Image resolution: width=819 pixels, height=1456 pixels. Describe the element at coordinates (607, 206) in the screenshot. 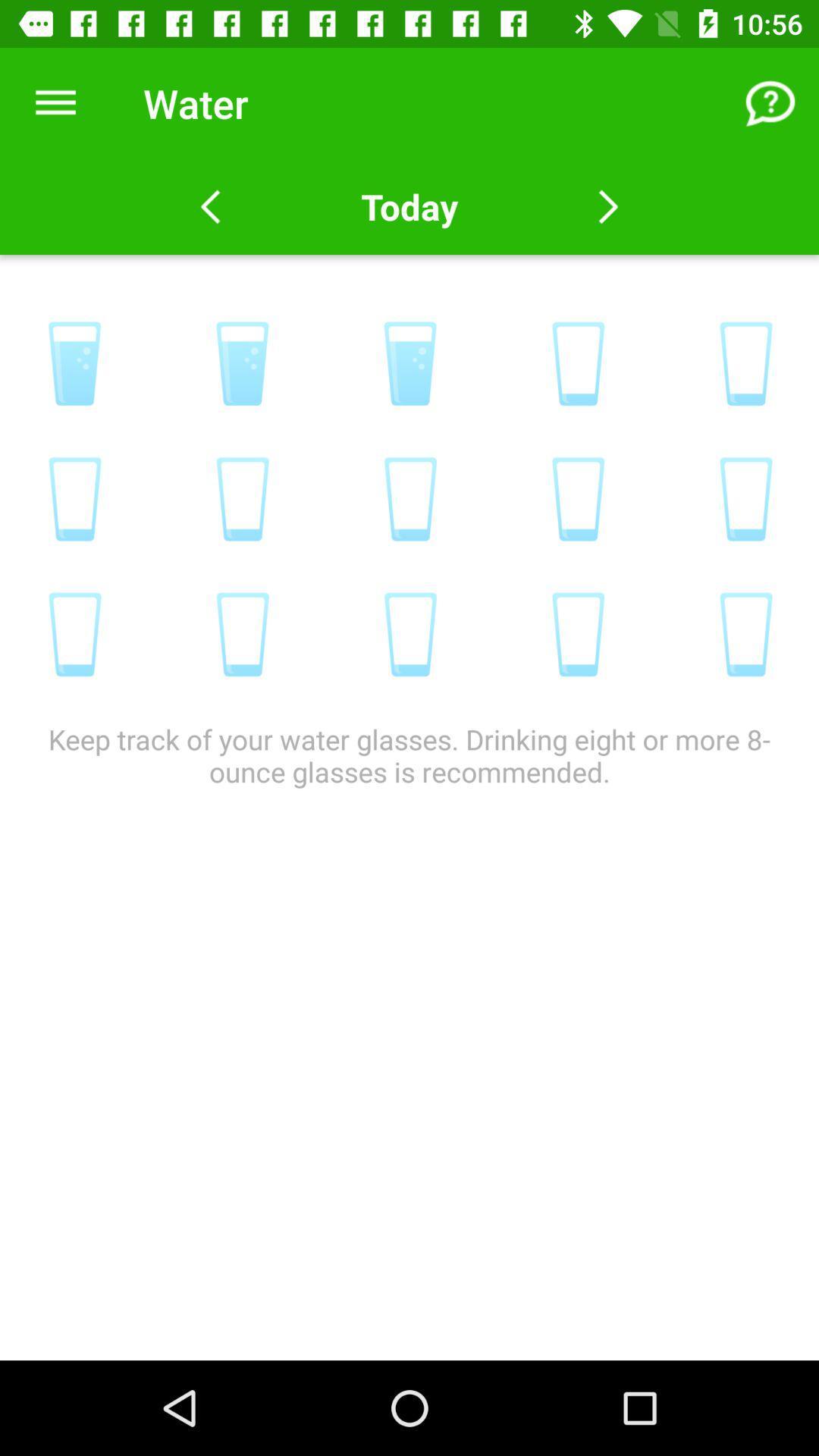

I see `go next` at that location.